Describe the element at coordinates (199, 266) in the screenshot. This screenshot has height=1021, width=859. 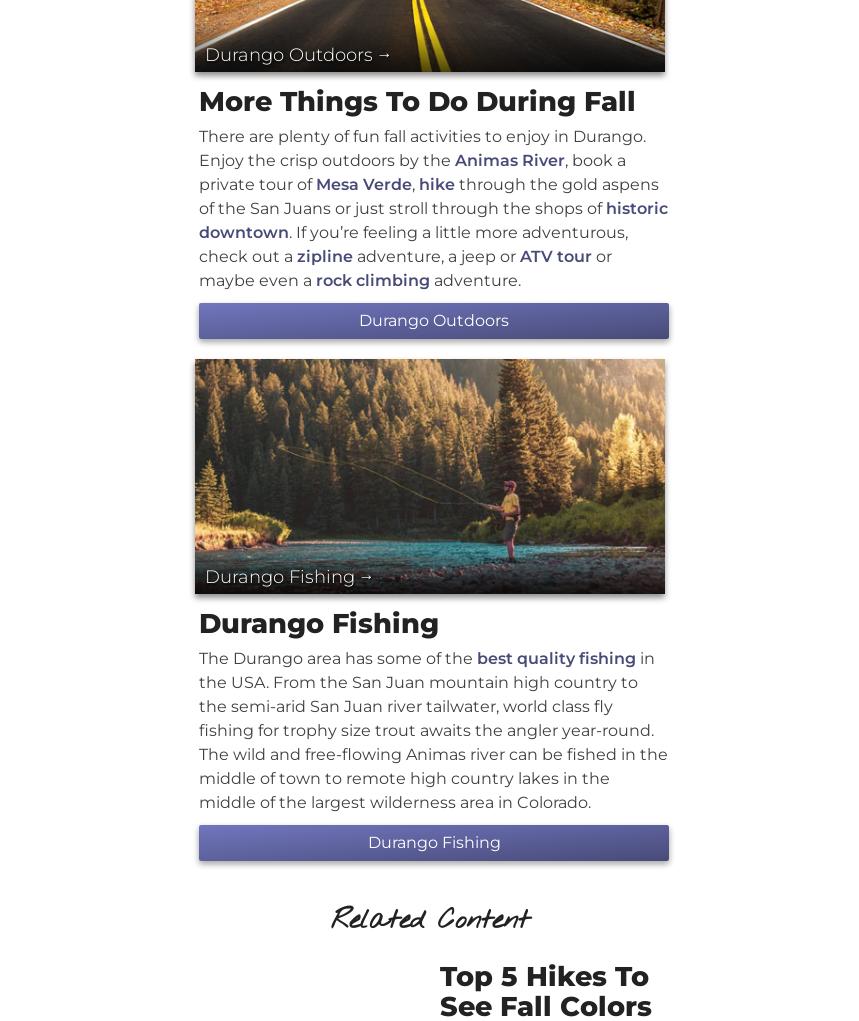
I see `'or maybe even a'` at that location.